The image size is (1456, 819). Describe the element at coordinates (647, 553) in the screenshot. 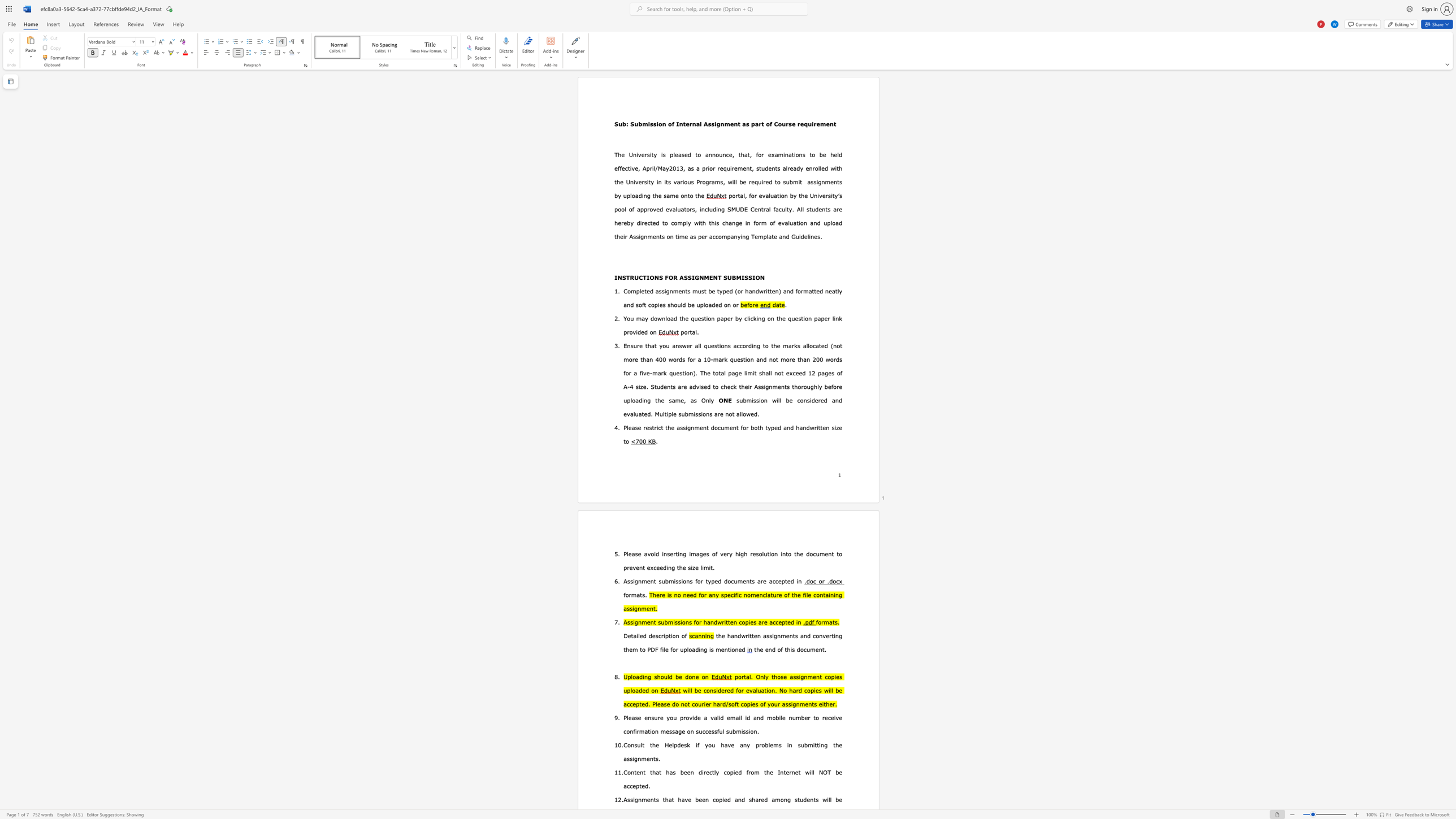

I see `the subset text "void insert" within the text "Please avoid inserting images of"` at that location.